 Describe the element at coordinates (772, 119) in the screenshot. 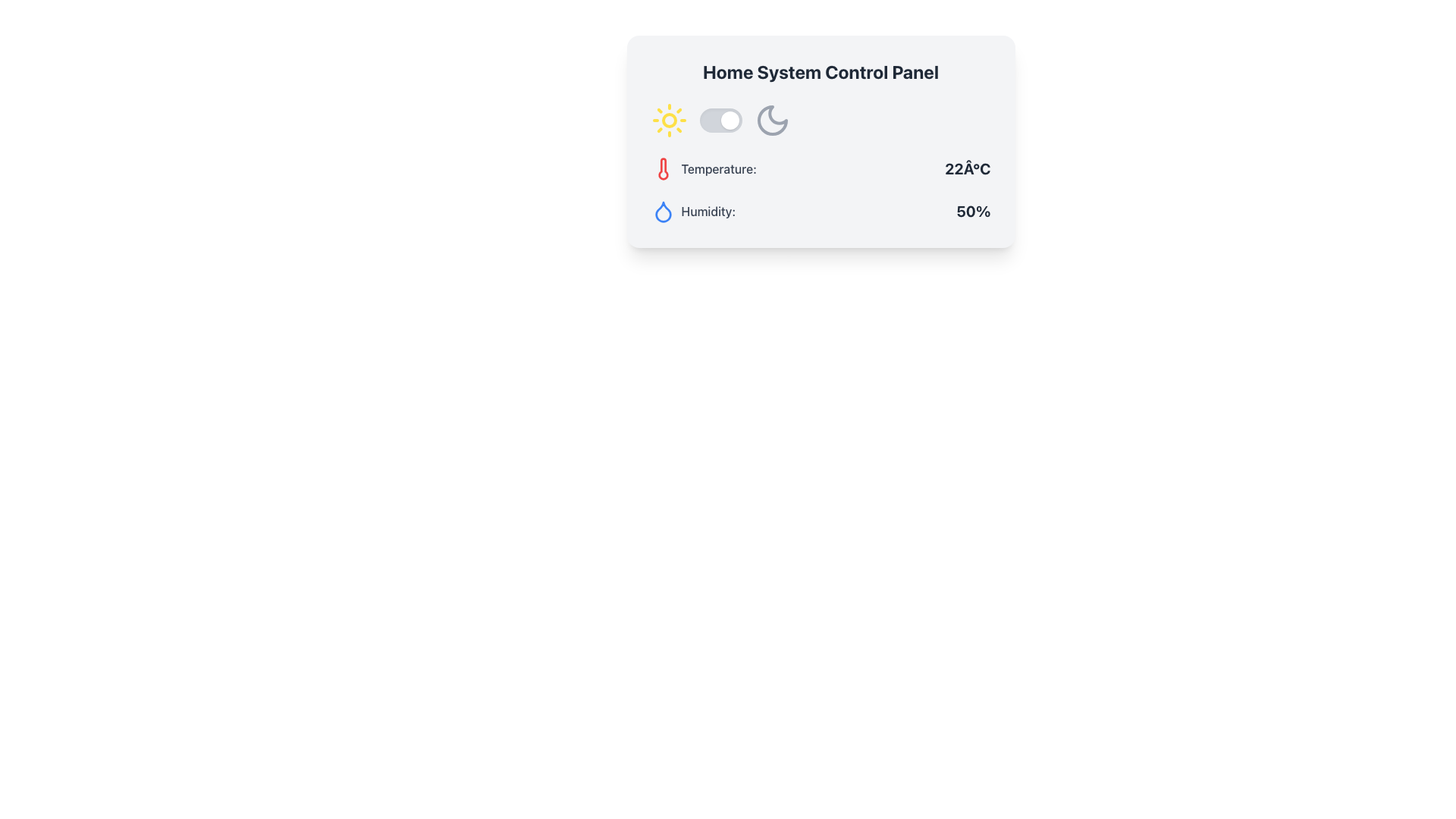

I see `the moon icon in the Home System Control Panel, which represents the night mode toggle` at that location.